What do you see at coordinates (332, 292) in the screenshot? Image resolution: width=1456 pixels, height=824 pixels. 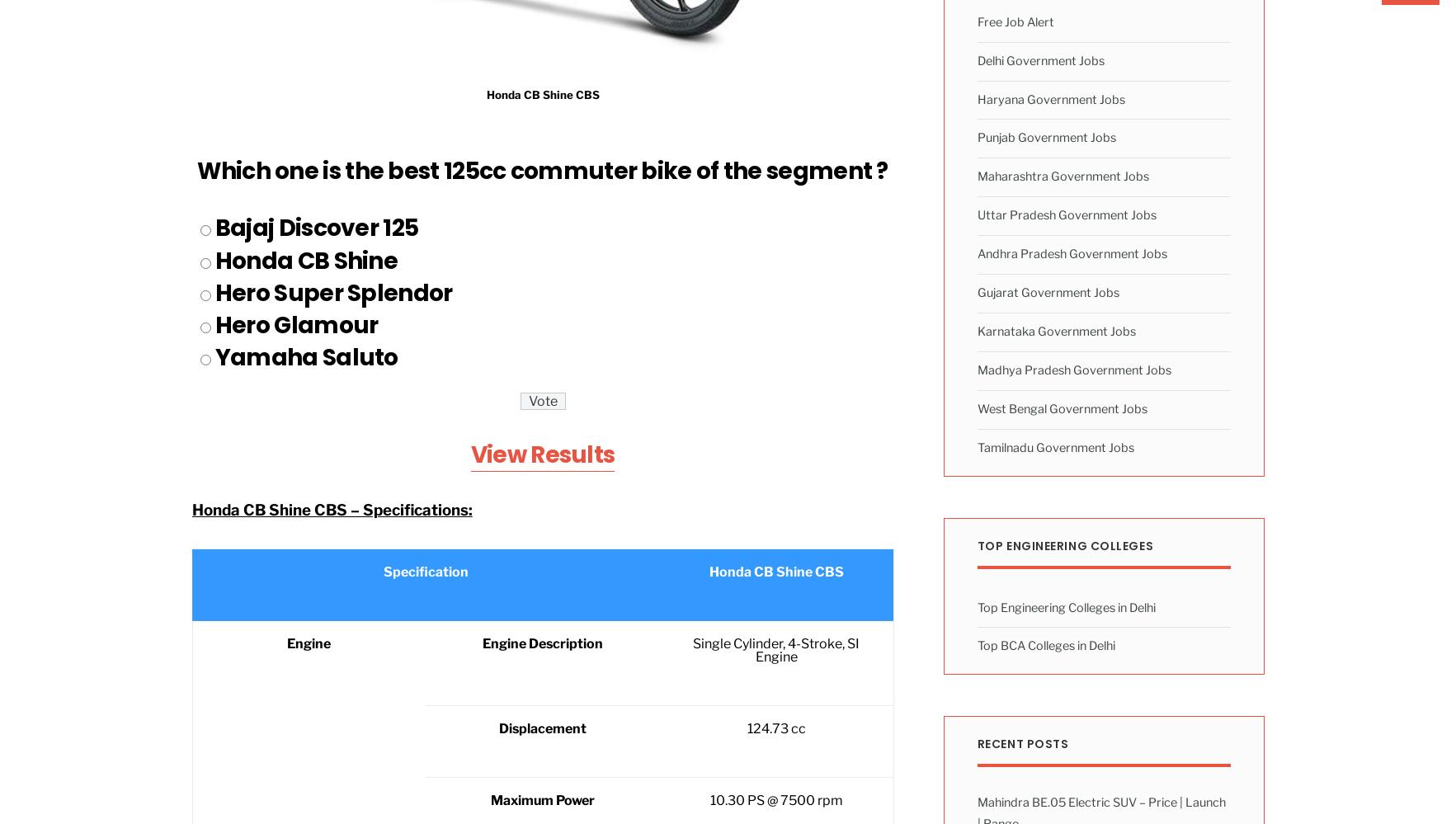 I see `'Hero Super Splendor'` at bounding box center [332, 292].